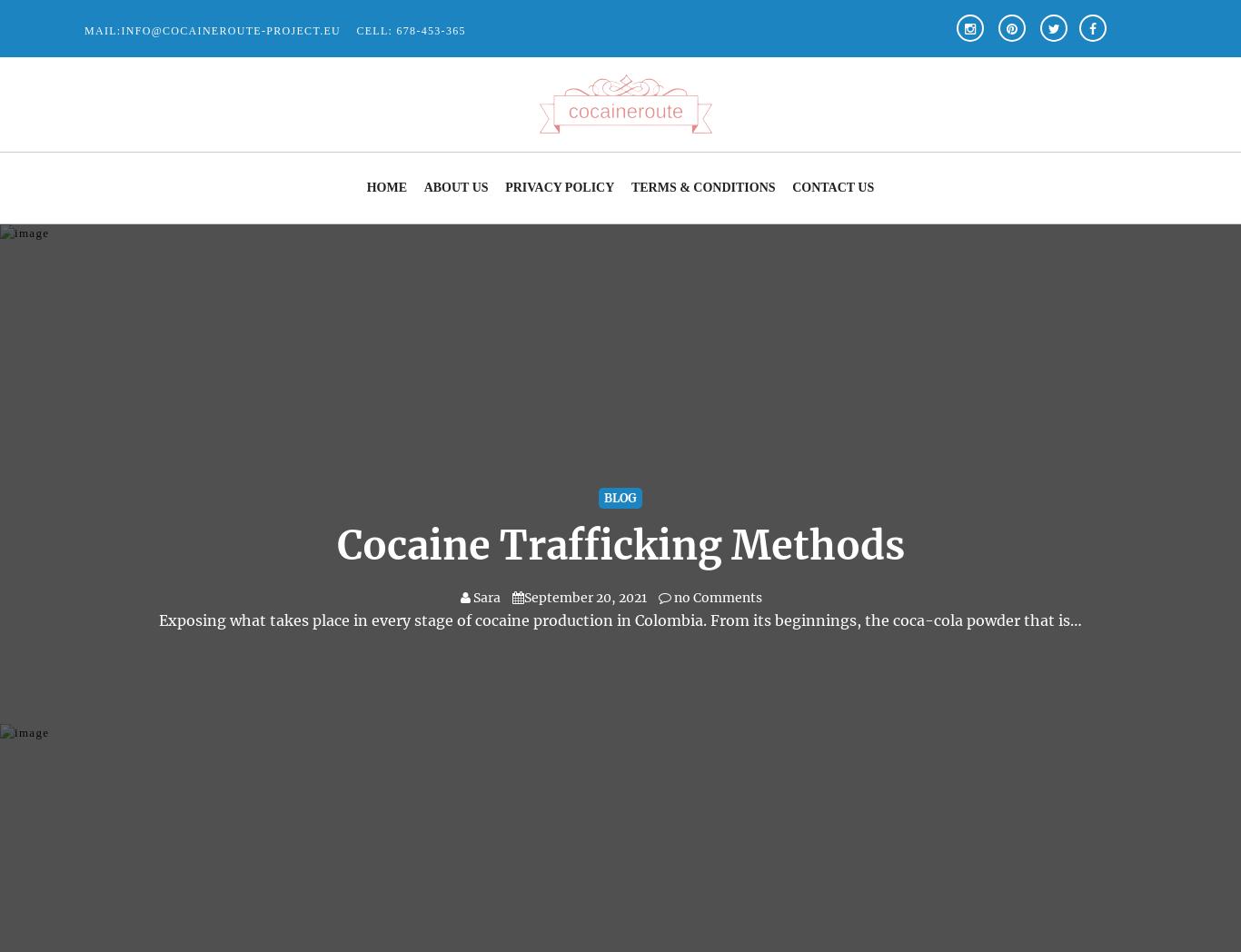 The height and width of the screenshot is (952, 1241). What do you see at coordinates (455, 186) in the screenshot?
I see `'About Us'` at bounding box center [455, 186].